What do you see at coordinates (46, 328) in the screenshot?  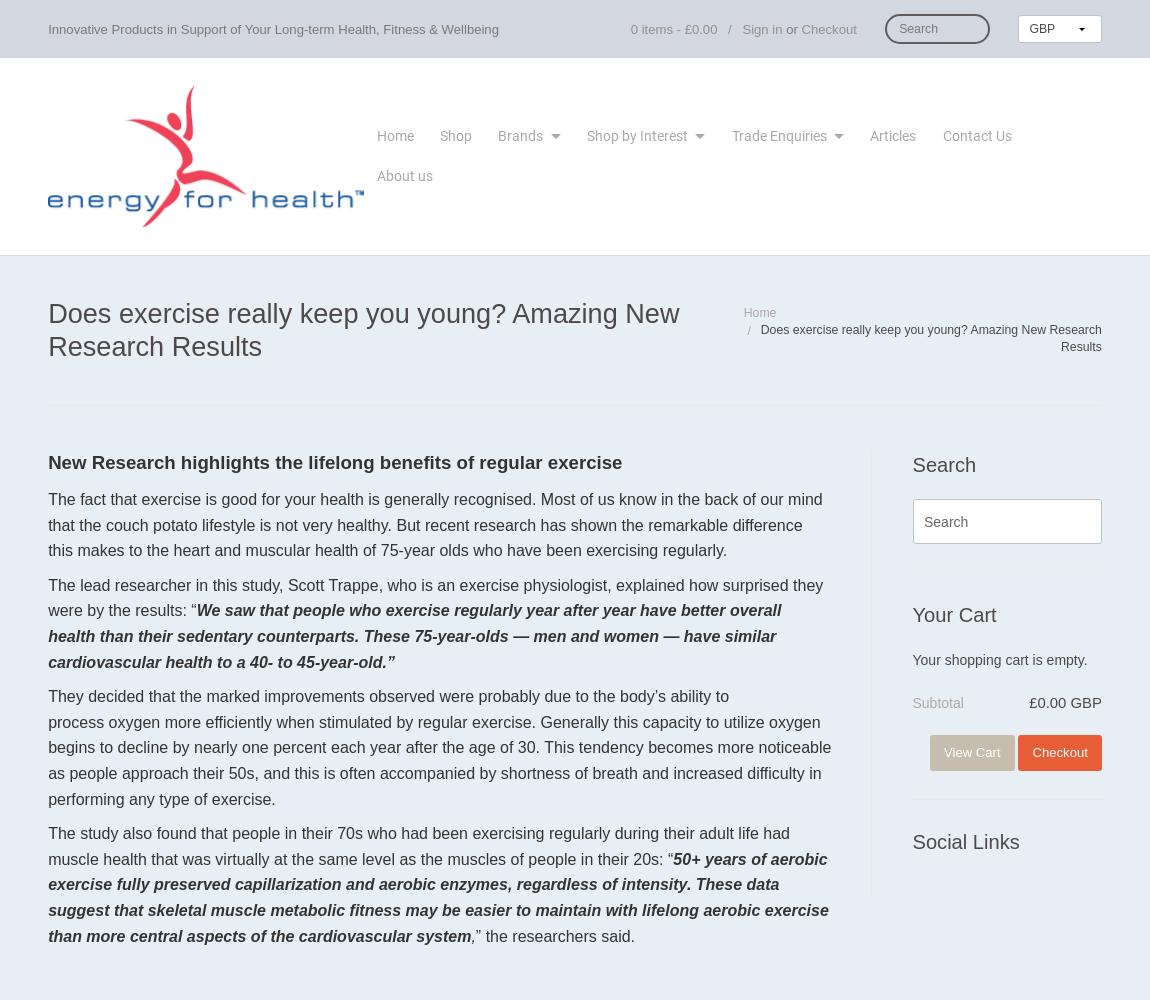 I see `'Does exercise really keep you young? Amazing New Research Results'` at bounding box center [46, 328].